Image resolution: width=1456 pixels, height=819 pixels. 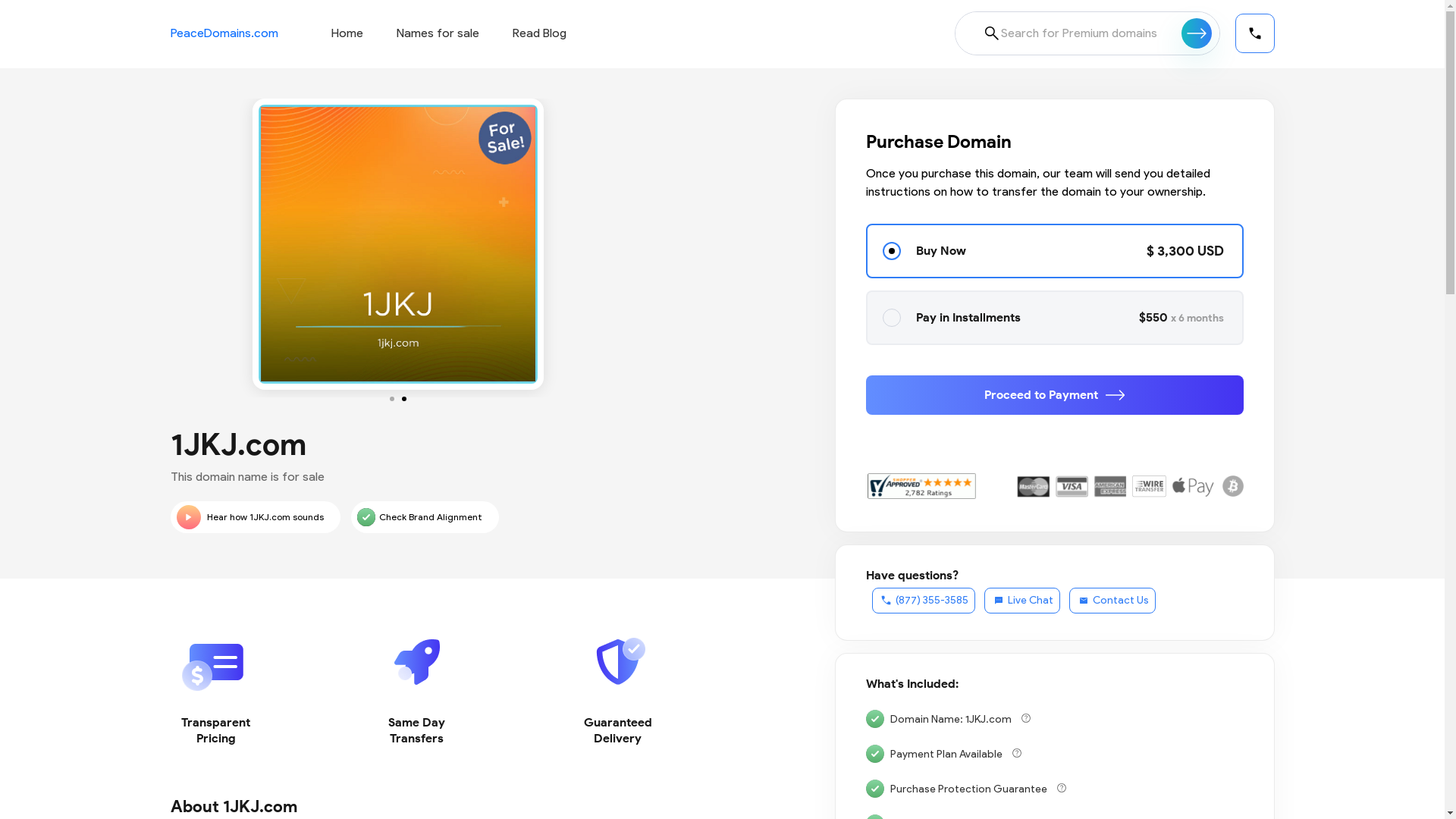 What do you see at coordinates (345, 33) in the screenshot?
I see `'Home'` at bounding box center [345, 33].